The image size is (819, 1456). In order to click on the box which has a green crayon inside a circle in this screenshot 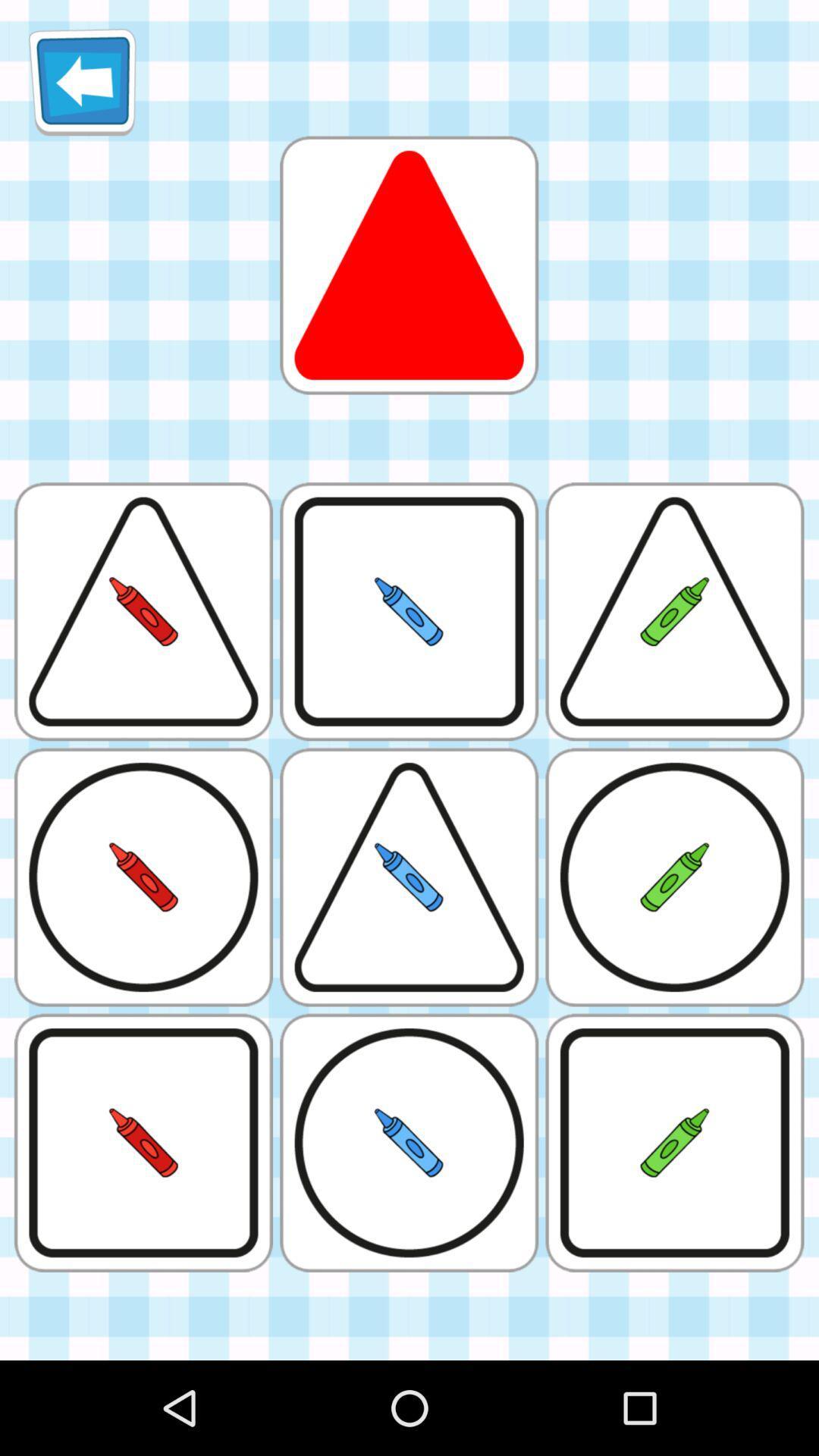, I will do `click(674, 877)`.